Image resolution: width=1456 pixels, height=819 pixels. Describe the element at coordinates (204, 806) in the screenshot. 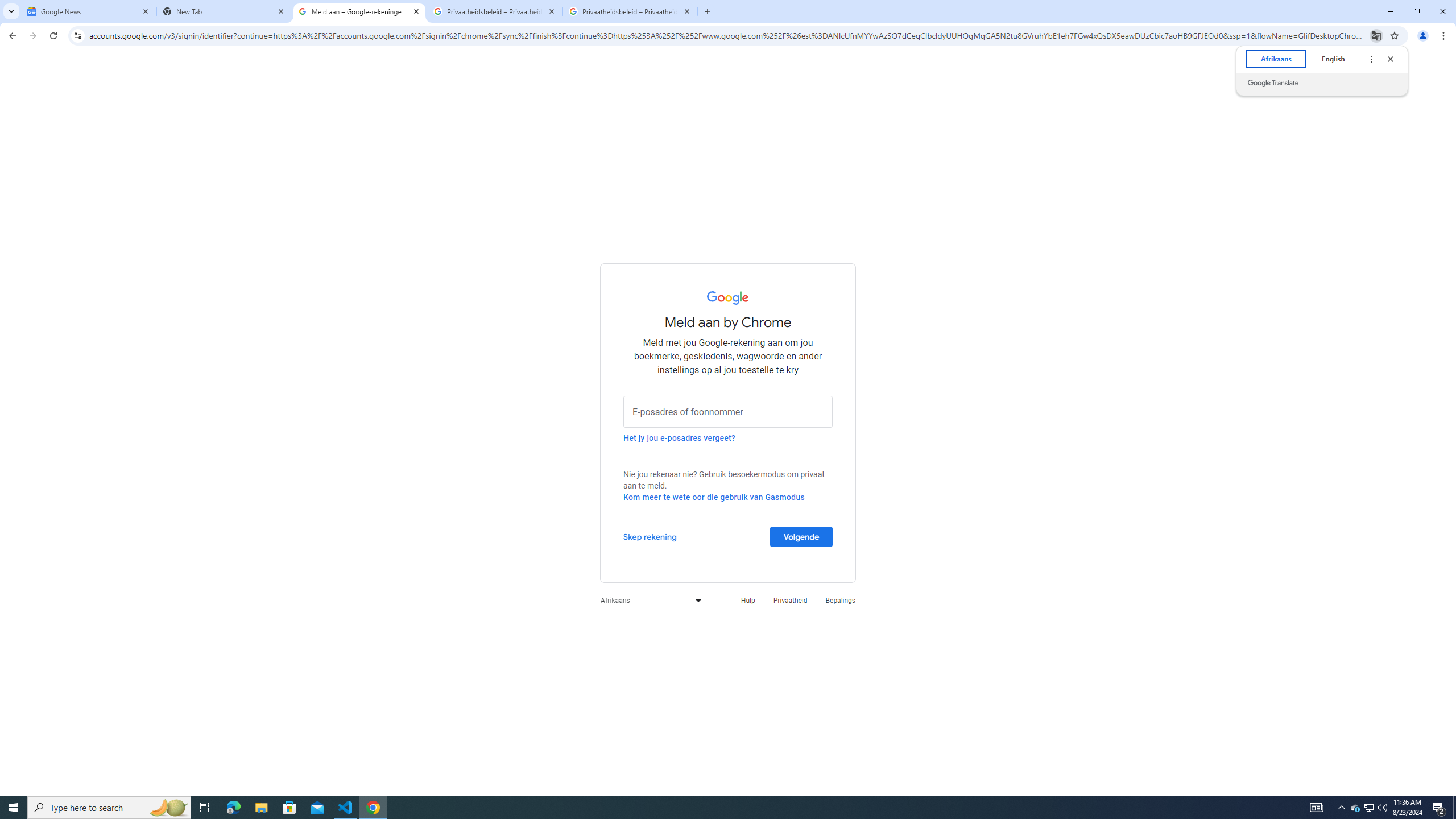

I see `'Task View'` at that location.